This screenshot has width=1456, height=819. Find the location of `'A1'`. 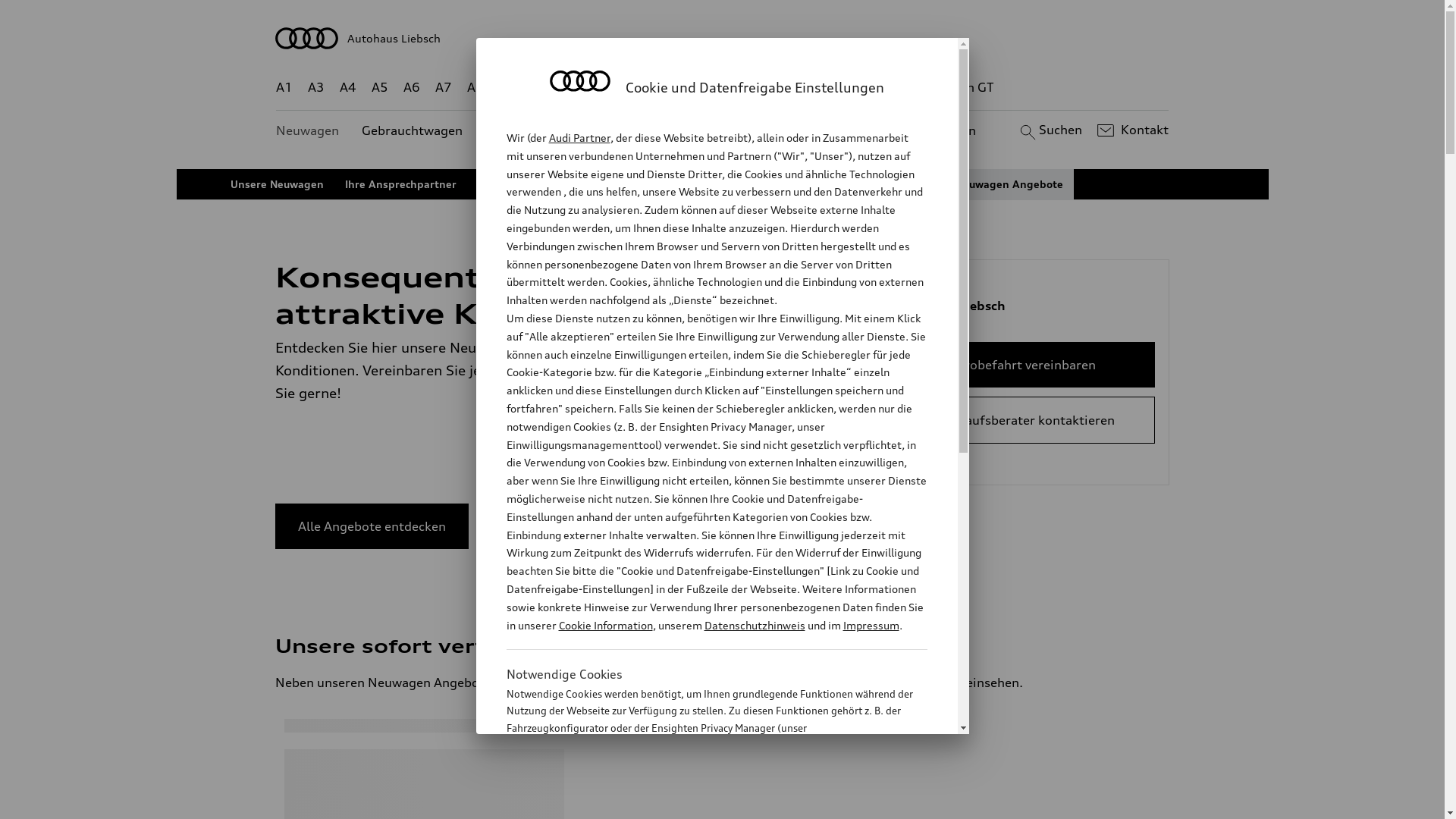

'A1' is located at coordinates (284, 87).